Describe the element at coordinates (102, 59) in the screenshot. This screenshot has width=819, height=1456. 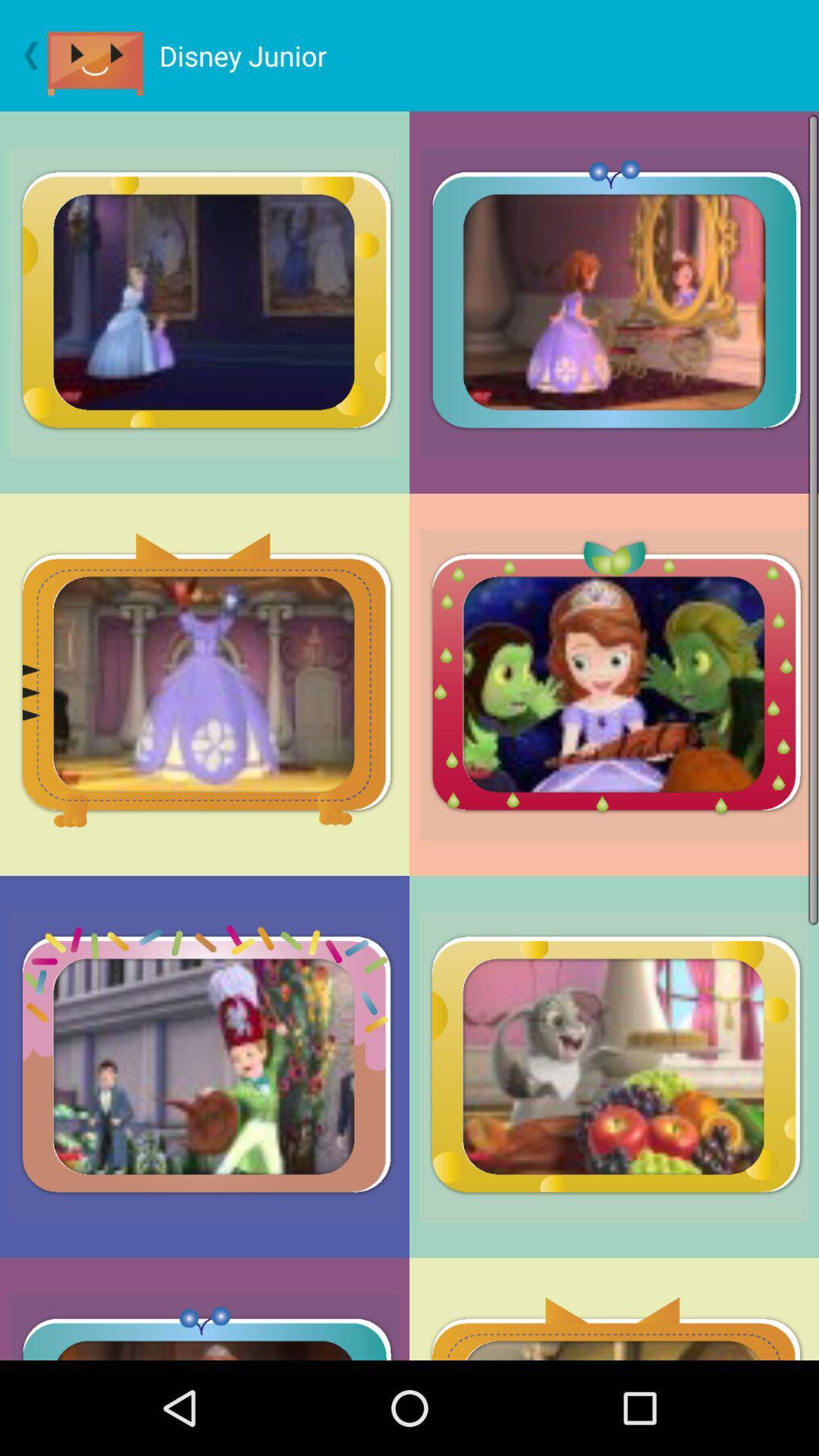
I see `the twitter icon` at that location.